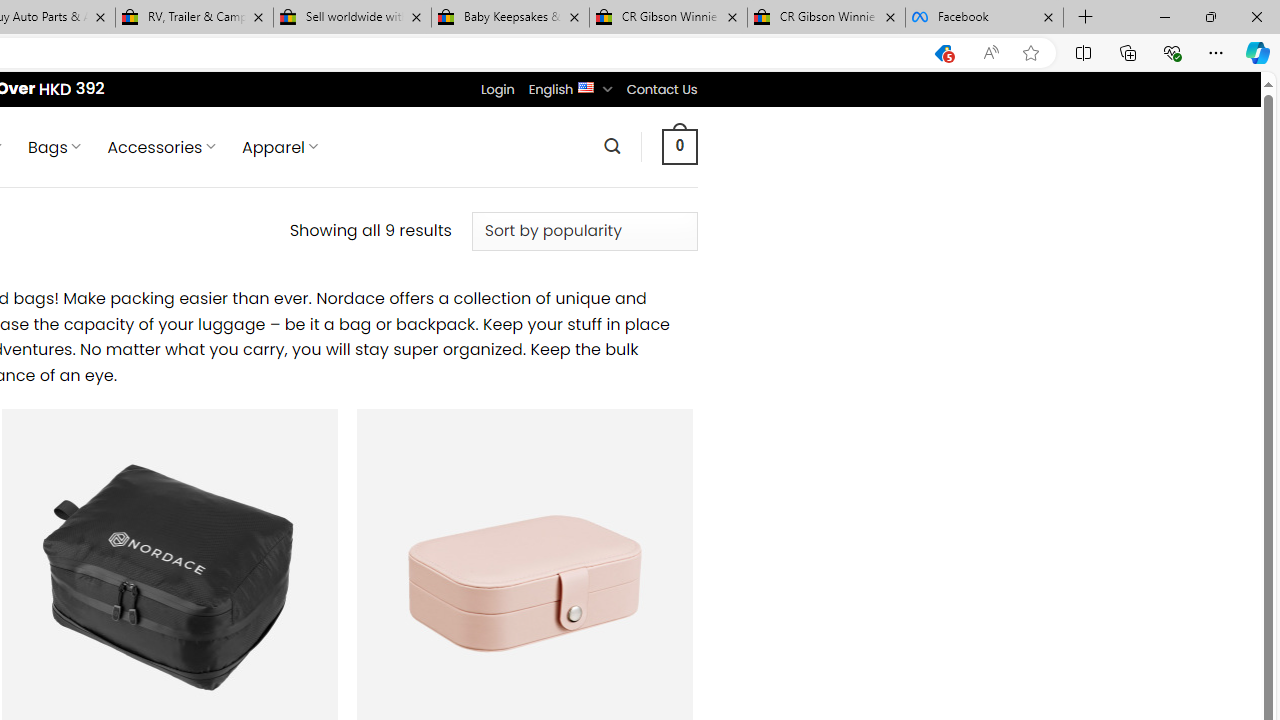 The width and height of the screenshot is (1280, 720). I want to click on 'Split screen', so click(1082, 51).